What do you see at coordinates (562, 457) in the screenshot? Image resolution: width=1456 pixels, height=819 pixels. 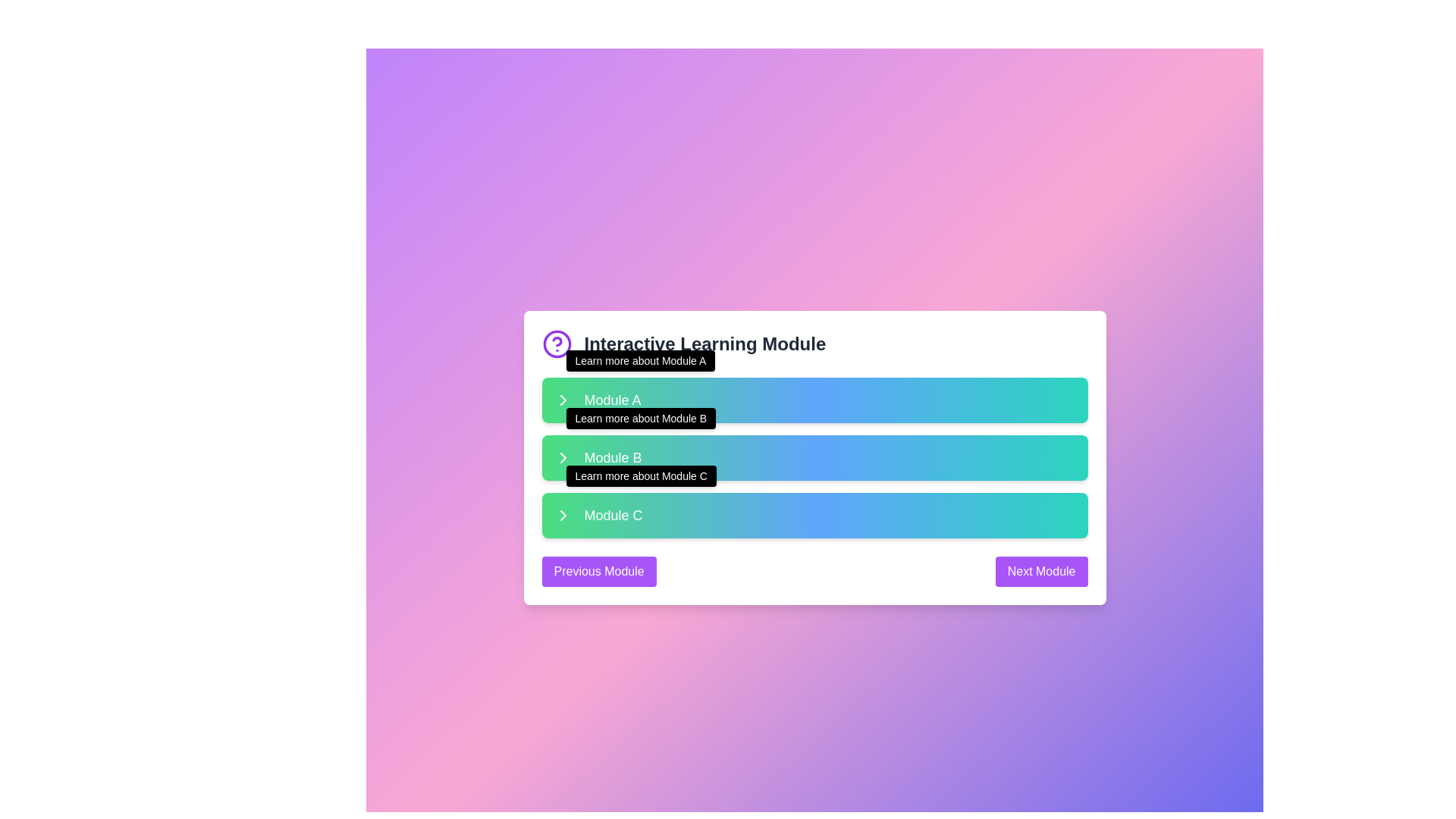 I see `the right-facing chevron icon on the button with a gradient background labeled 'Module B'` at bounding box center [562, 457].